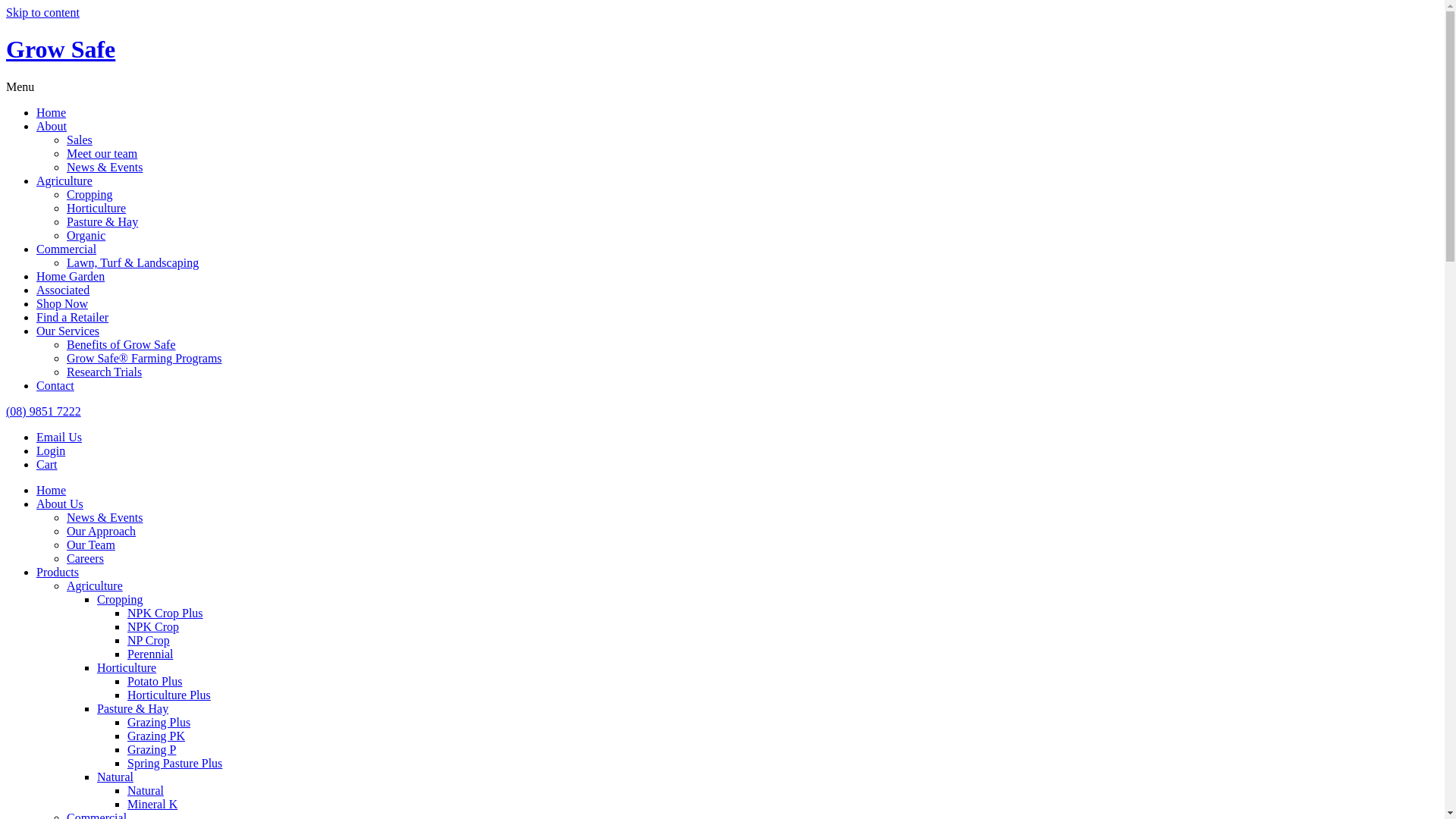 The width and height of the screenshot is (1456, 819). What do you see at coordinates (55, 384) in the screenshot?
I see `'Contact'` at bounding box center [55, 384].